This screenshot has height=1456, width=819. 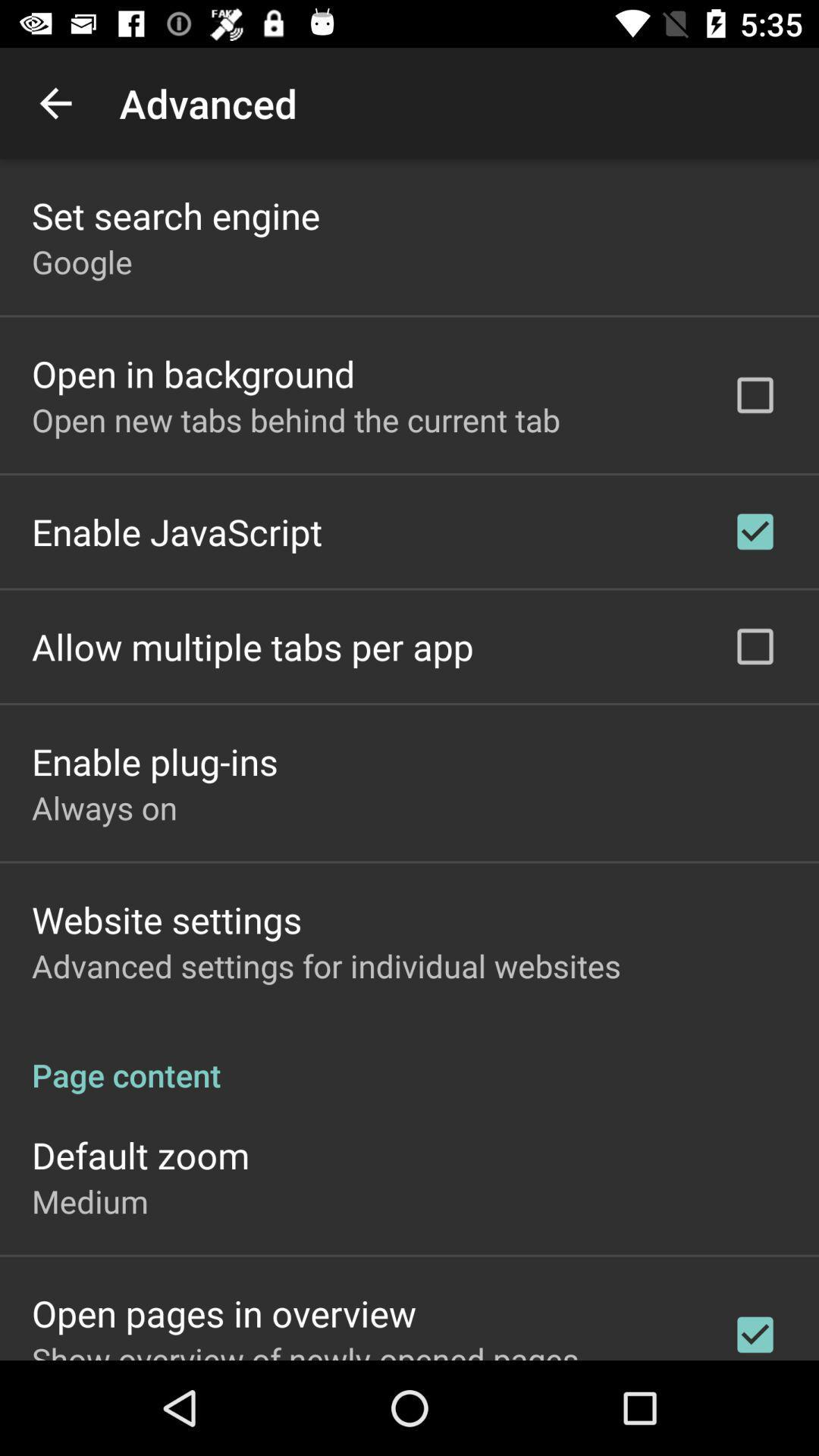 I want to click on item below default zoom item, so click(x=89, y=1200).